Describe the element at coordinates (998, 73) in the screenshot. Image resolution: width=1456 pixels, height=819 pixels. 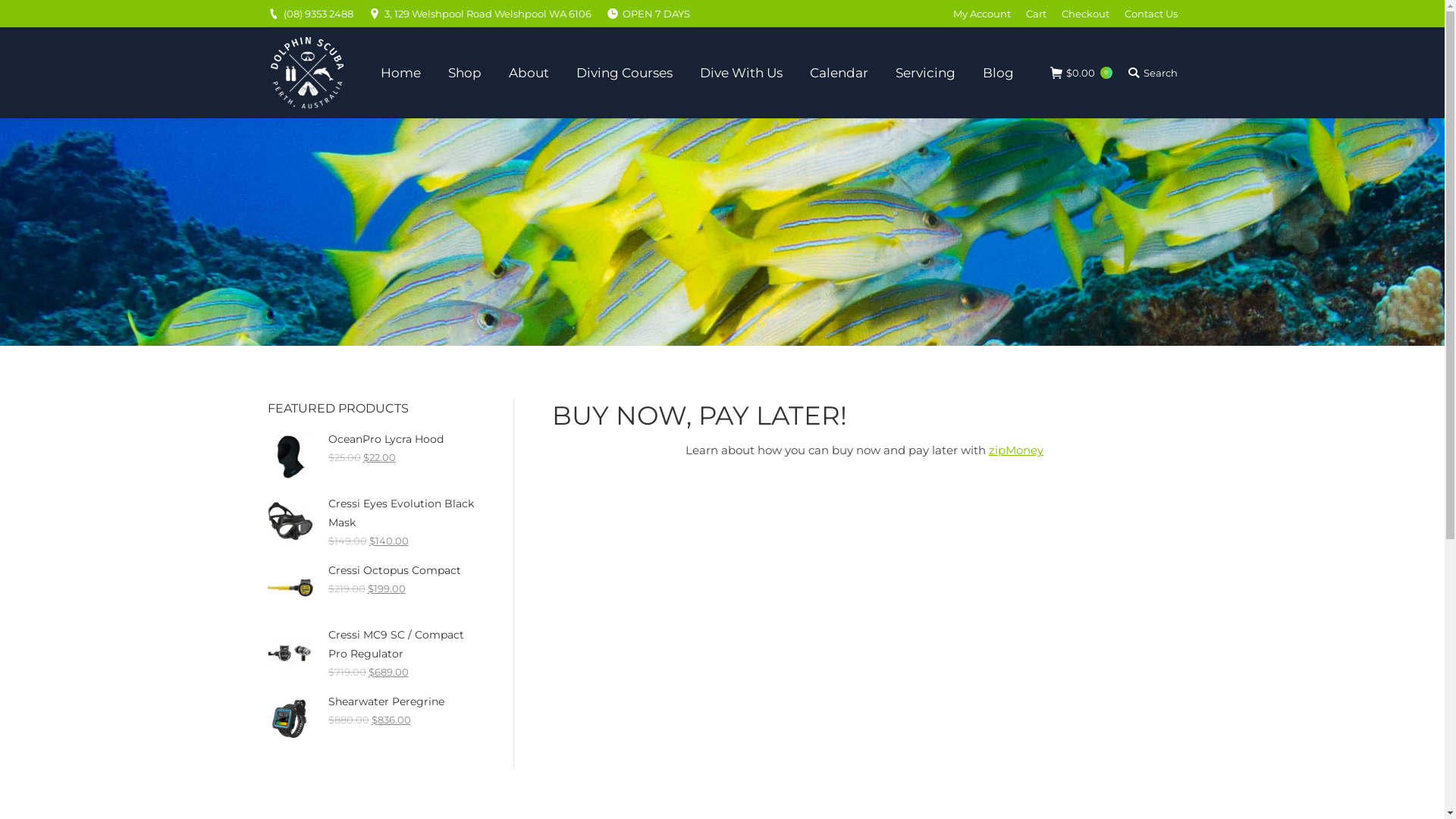
I see `'Blog'` at that location.